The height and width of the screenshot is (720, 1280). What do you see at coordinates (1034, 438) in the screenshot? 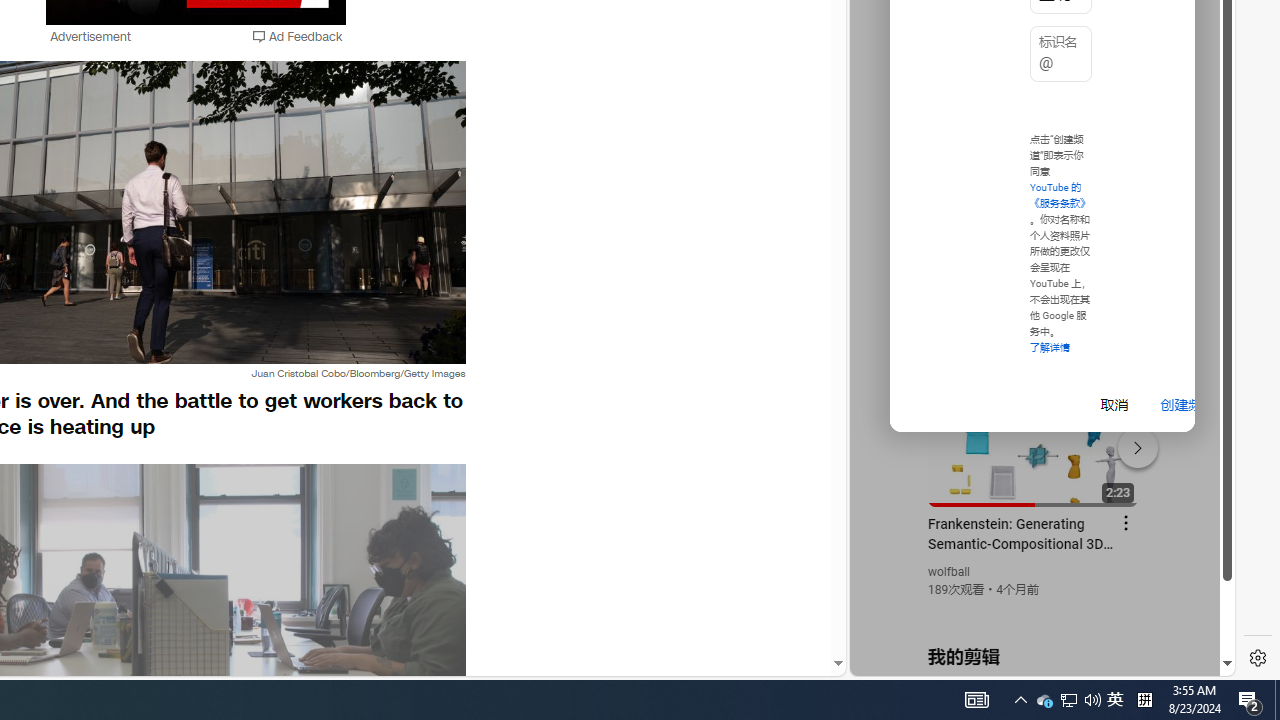
I see `'#you'` at bounding box center [1034, 438].